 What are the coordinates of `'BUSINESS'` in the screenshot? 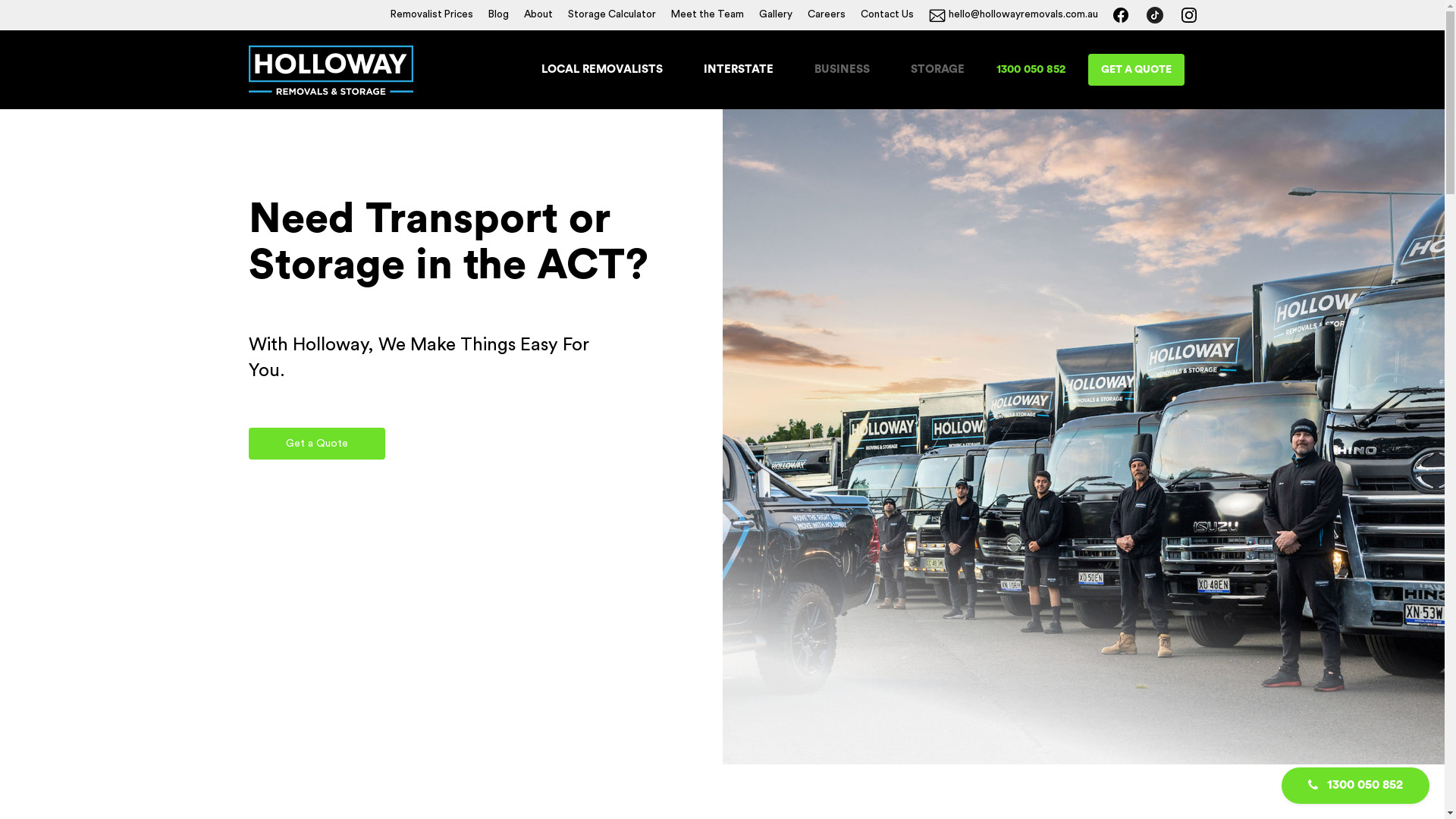 It's located at (814, 69).